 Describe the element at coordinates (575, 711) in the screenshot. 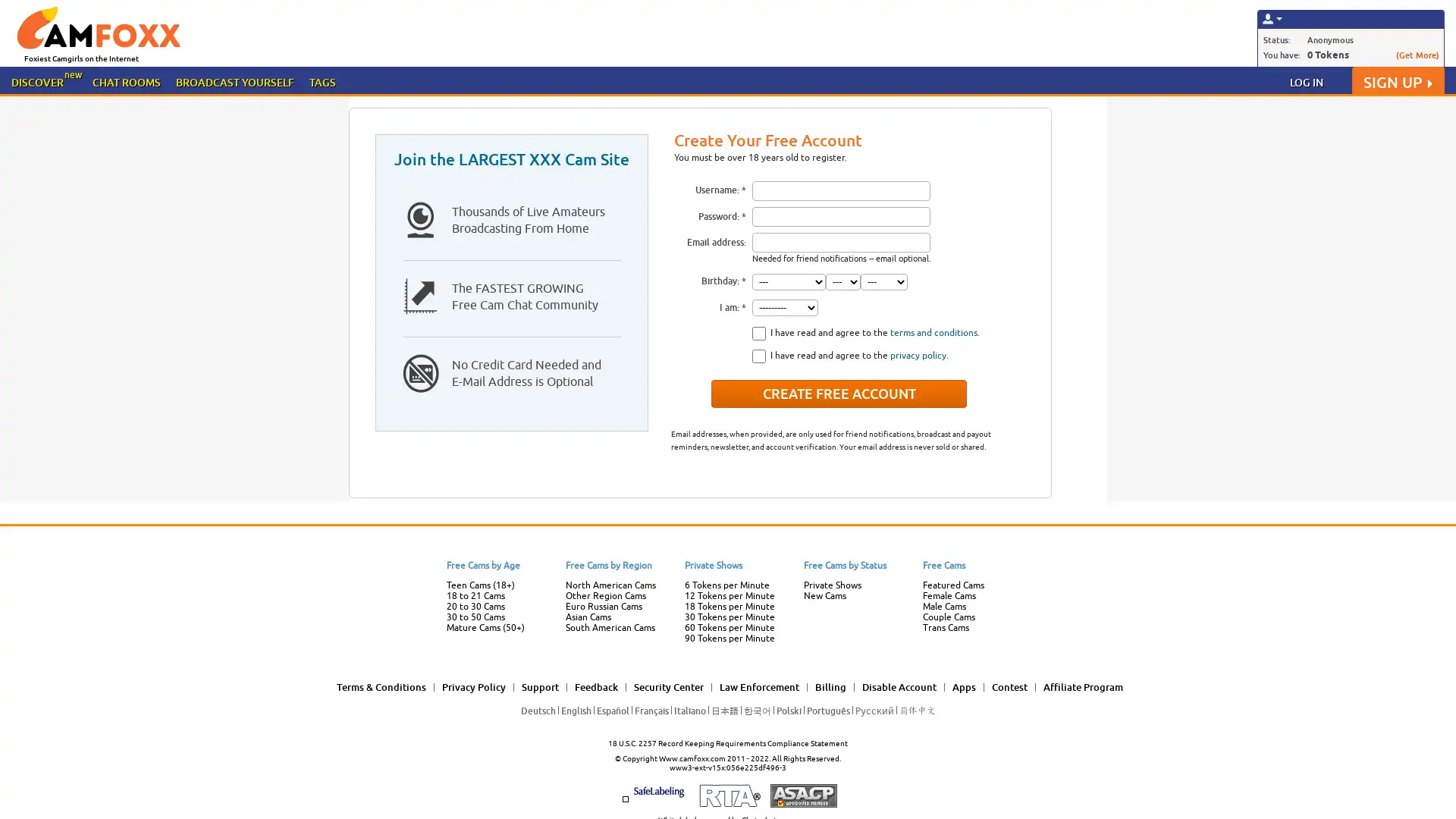

I see `English` at that location.